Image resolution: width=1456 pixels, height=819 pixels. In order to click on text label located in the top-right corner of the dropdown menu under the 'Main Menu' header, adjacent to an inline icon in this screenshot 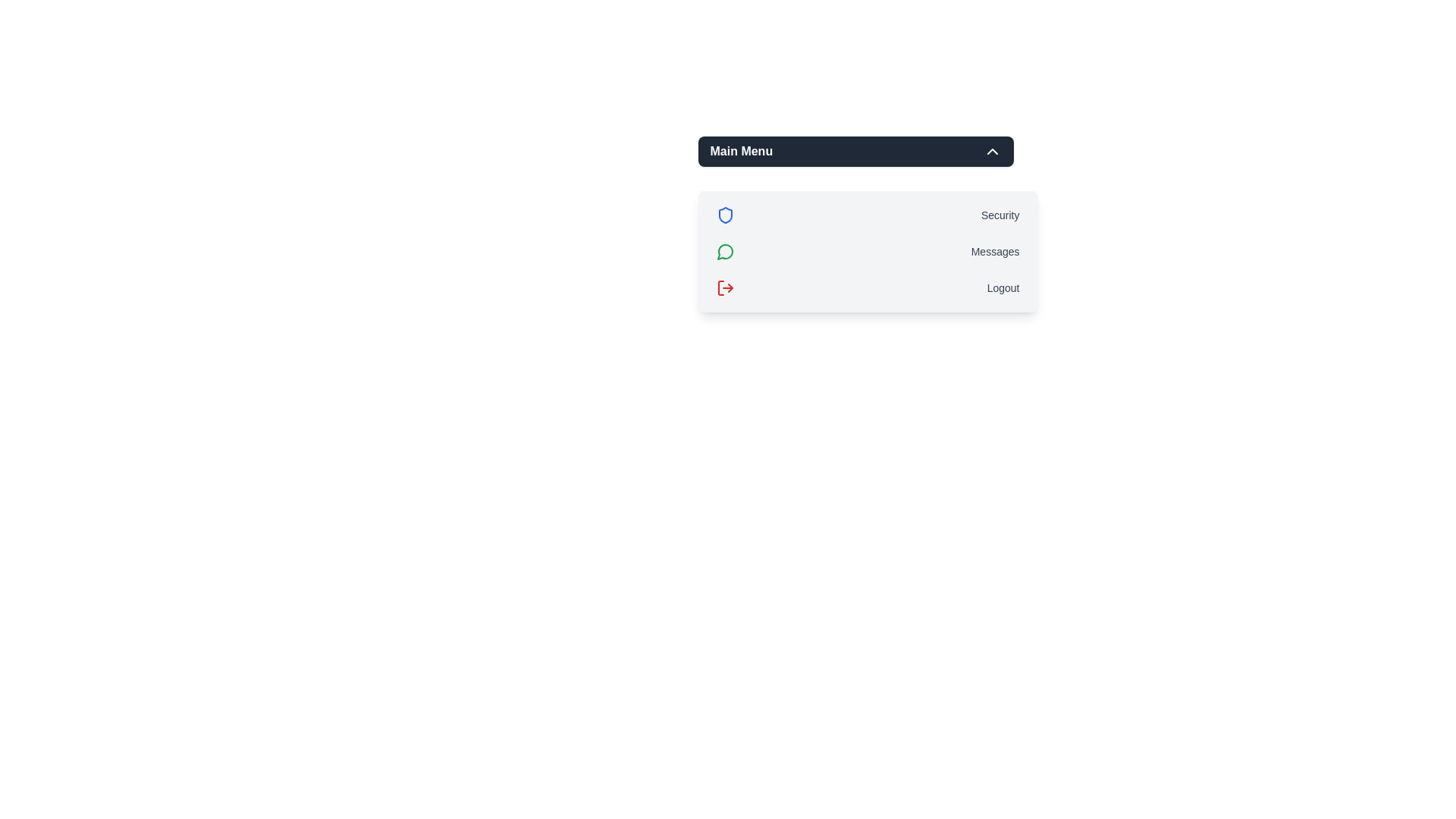, I will do `click(1000, 215)`.